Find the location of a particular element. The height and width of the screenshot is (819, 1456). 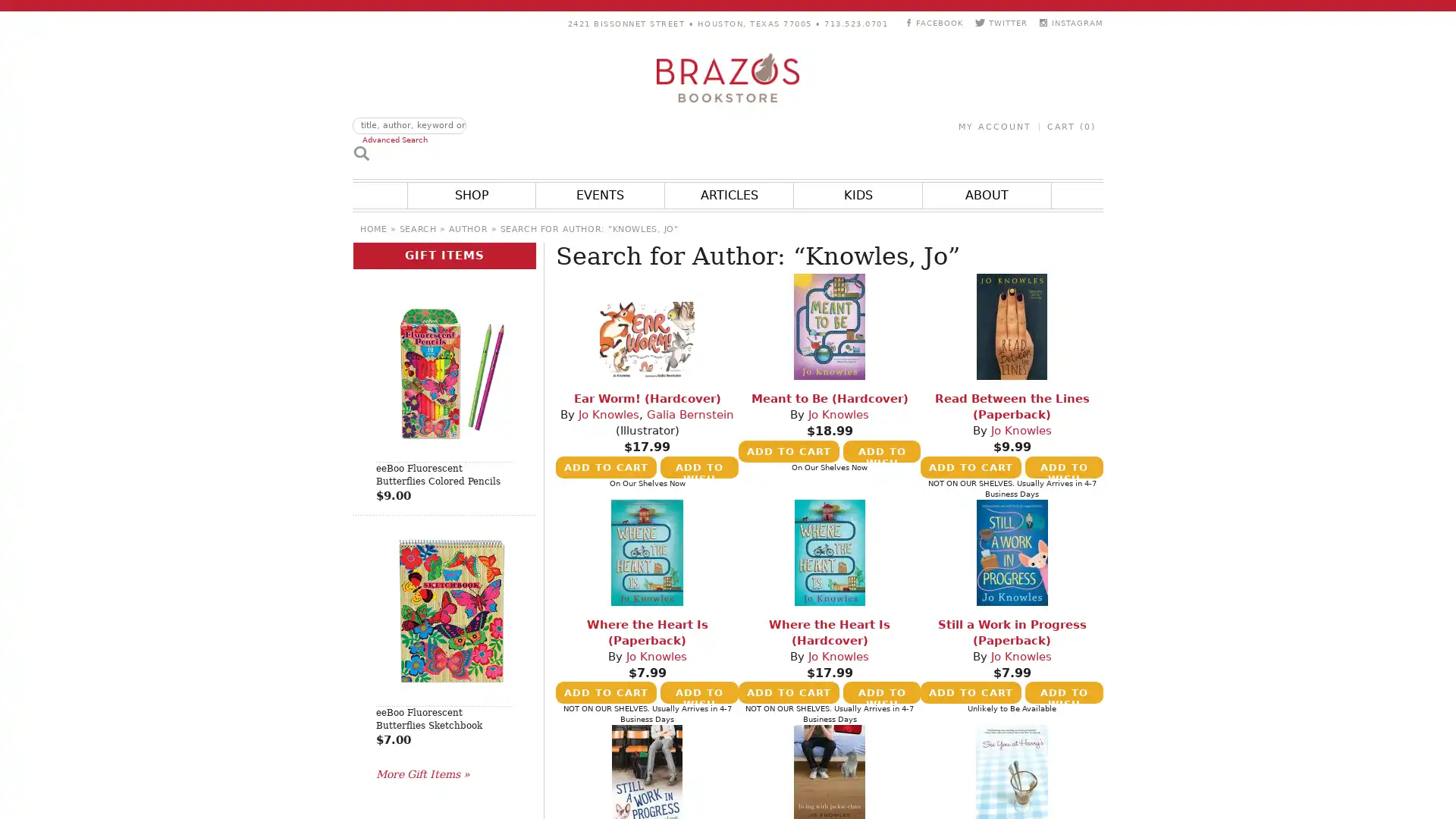

Add to Cart is located at coordinates (971, 466).